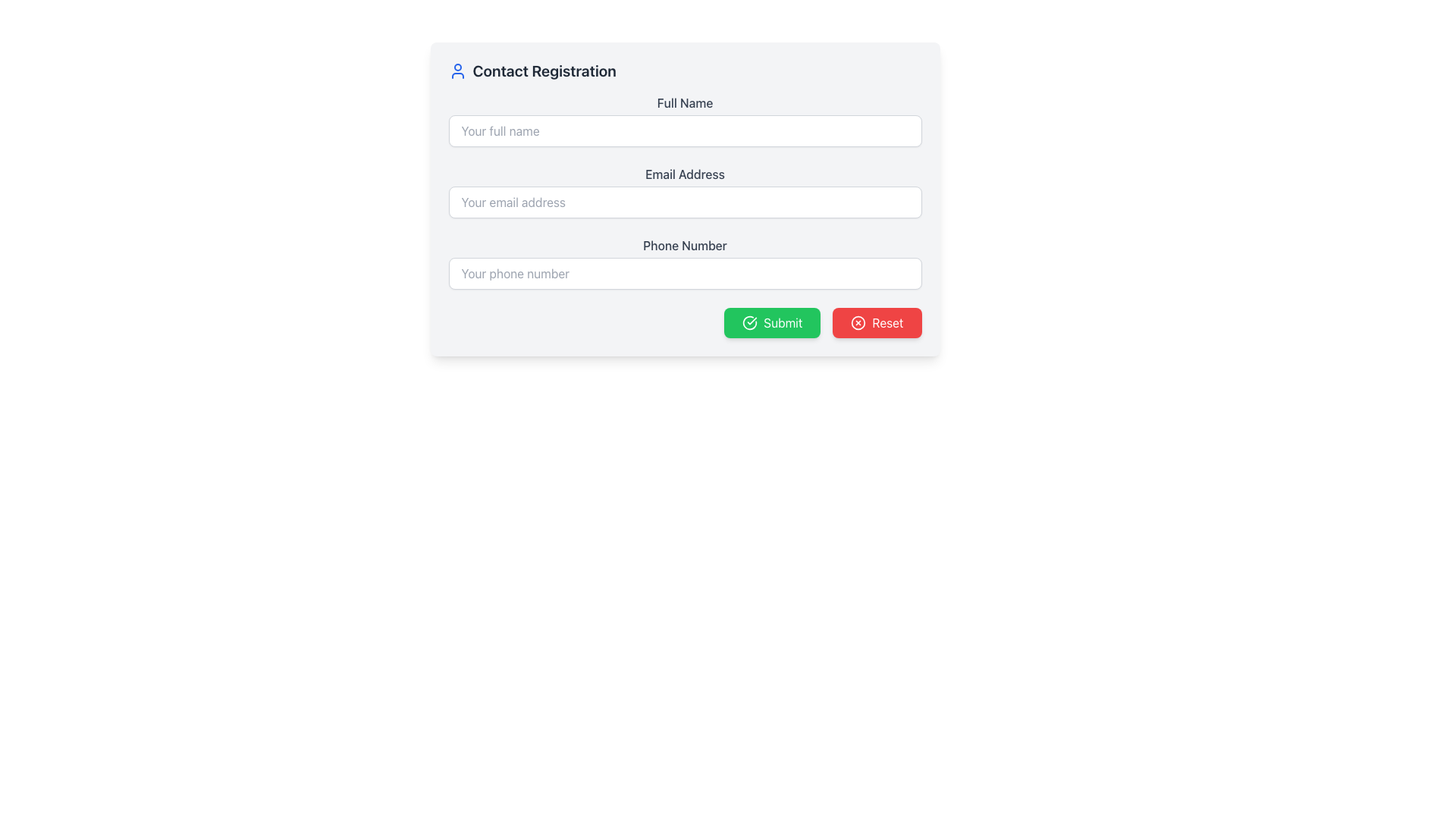  Describe the element at coordinates (684, 191) in the screenshot. I see `the email input field located below the 'Full Name' input and above the 'Phone Number' input to focus on it` at that location.